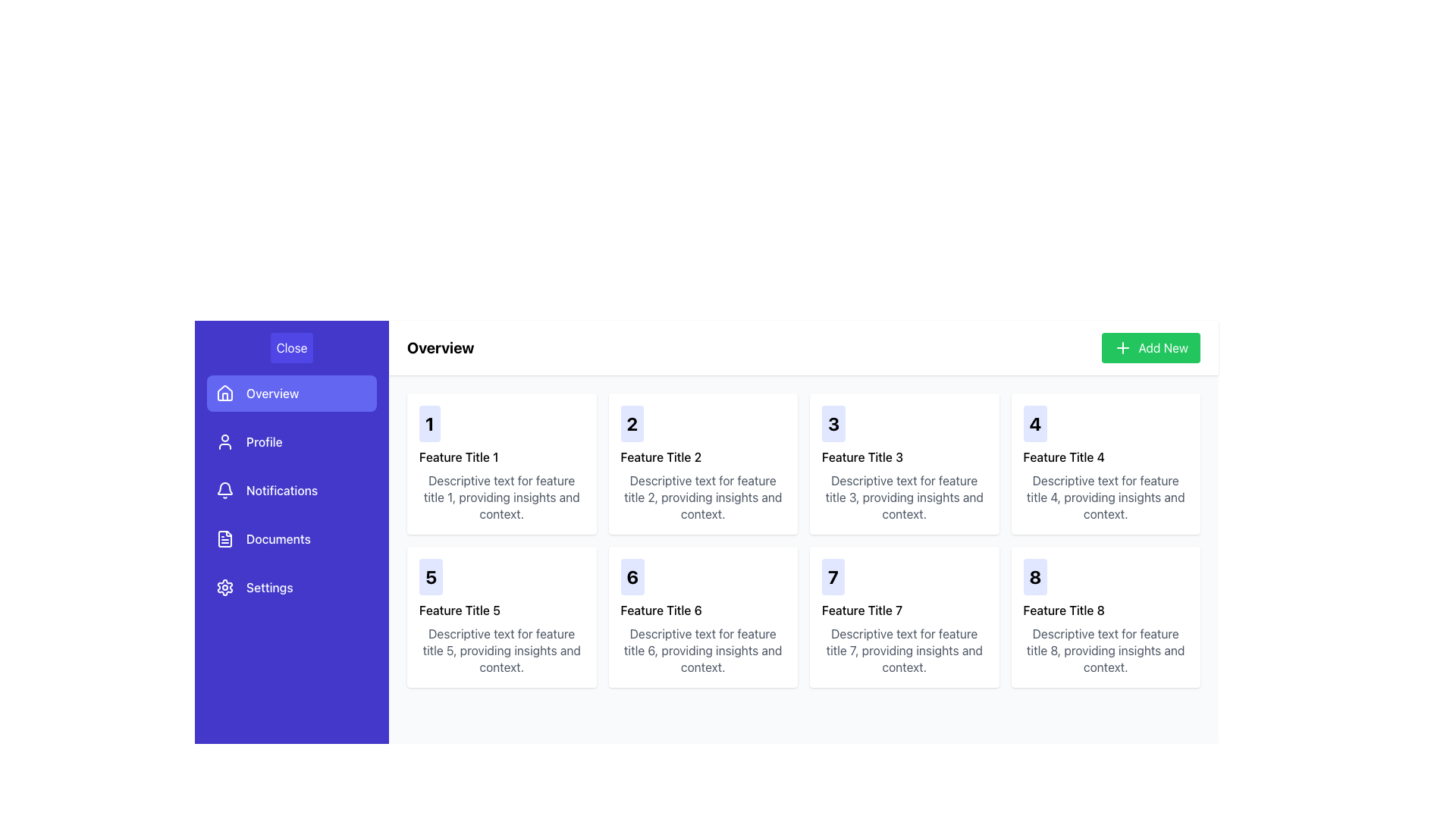 Image resolution: width=1456 pixels, height=819 pixels. Describe the element at coordinates (904, 497) in the screenshot. I see `the text content styled in gray (#808080) located below 'Feature Title 3' in the white card with rounded corners` at that location.